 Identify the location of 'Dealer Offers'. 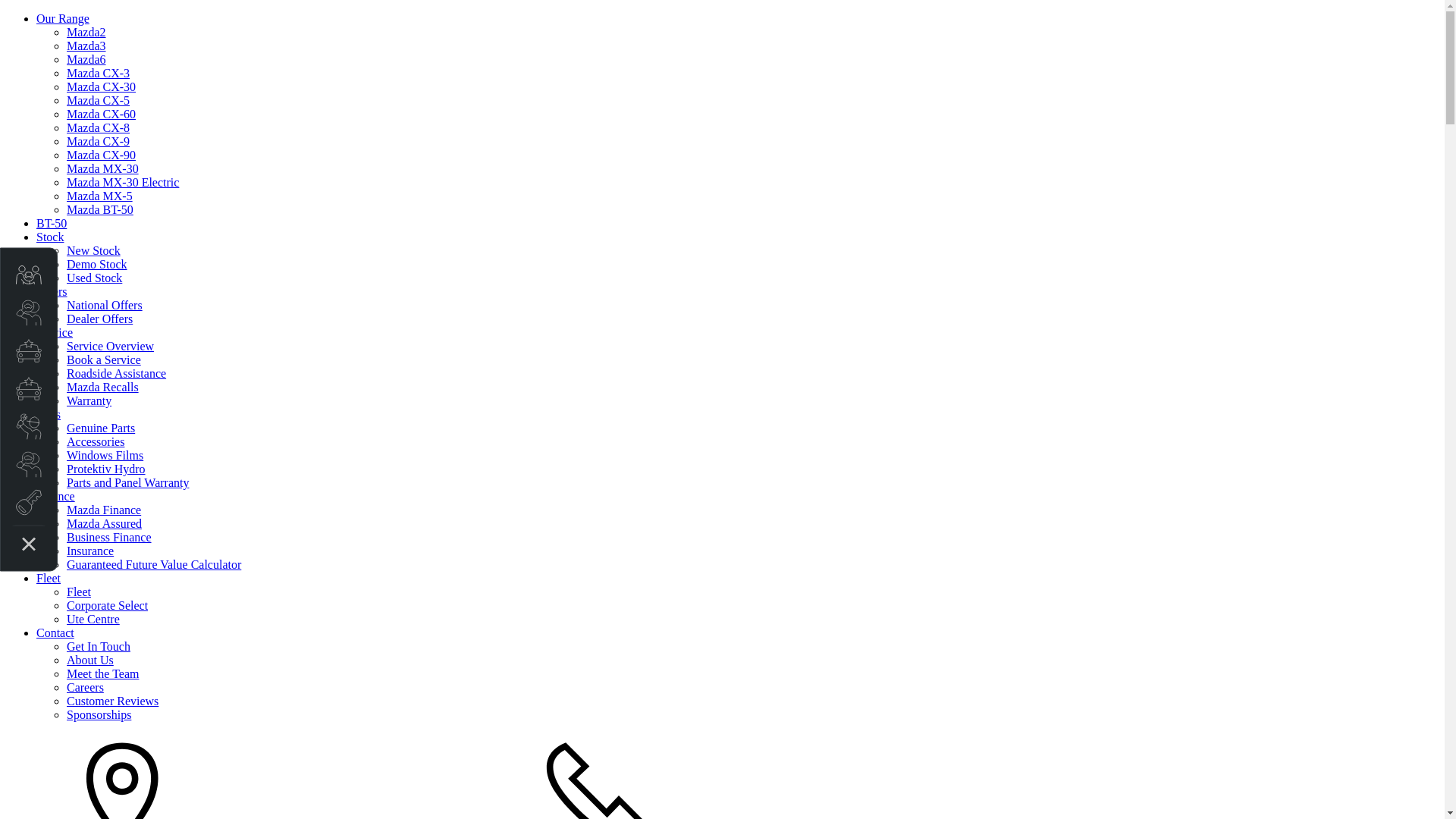
(99, 318).